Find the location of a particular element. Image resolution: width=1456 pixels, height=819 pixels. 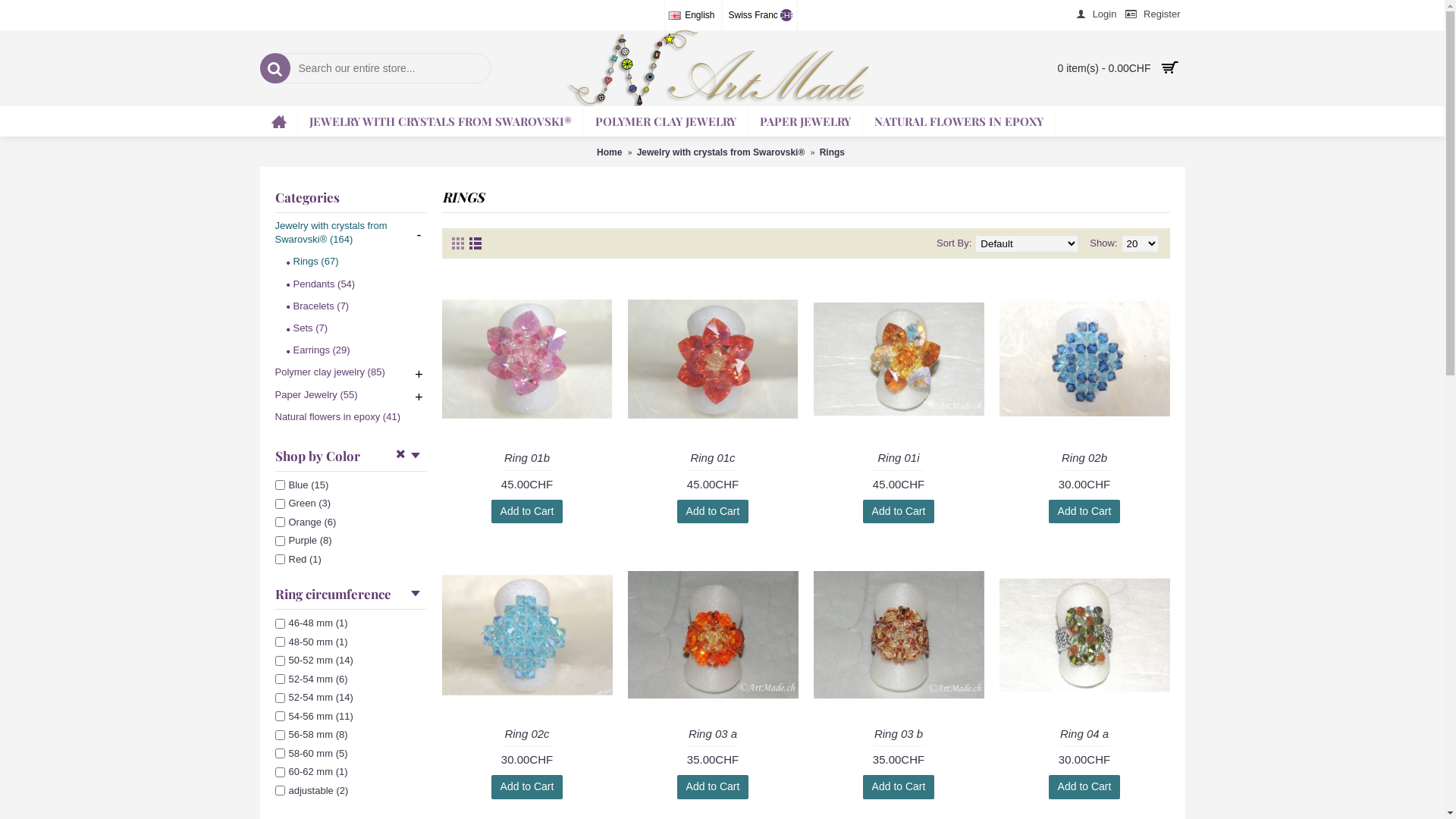

'Ring 01c' is located at coordinates (712, 456).